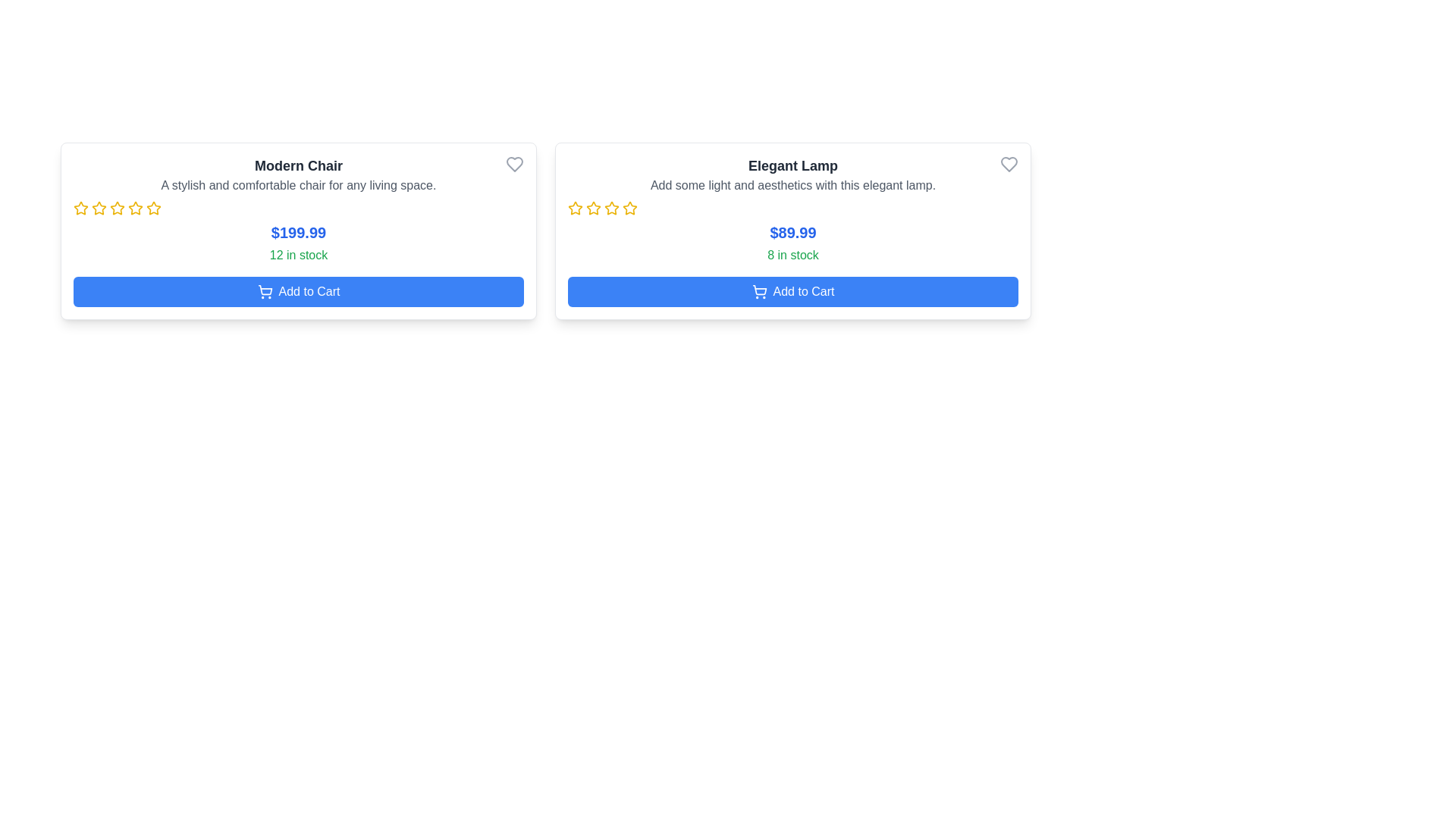 The width and height of the screenshot is (1456, 819). I want to click on the text element that reads 'Add some light and aesthetics with this elegant lamp.', which is styled in gray and located directly below the title 'Elegant Lamp', so click(792, 185).